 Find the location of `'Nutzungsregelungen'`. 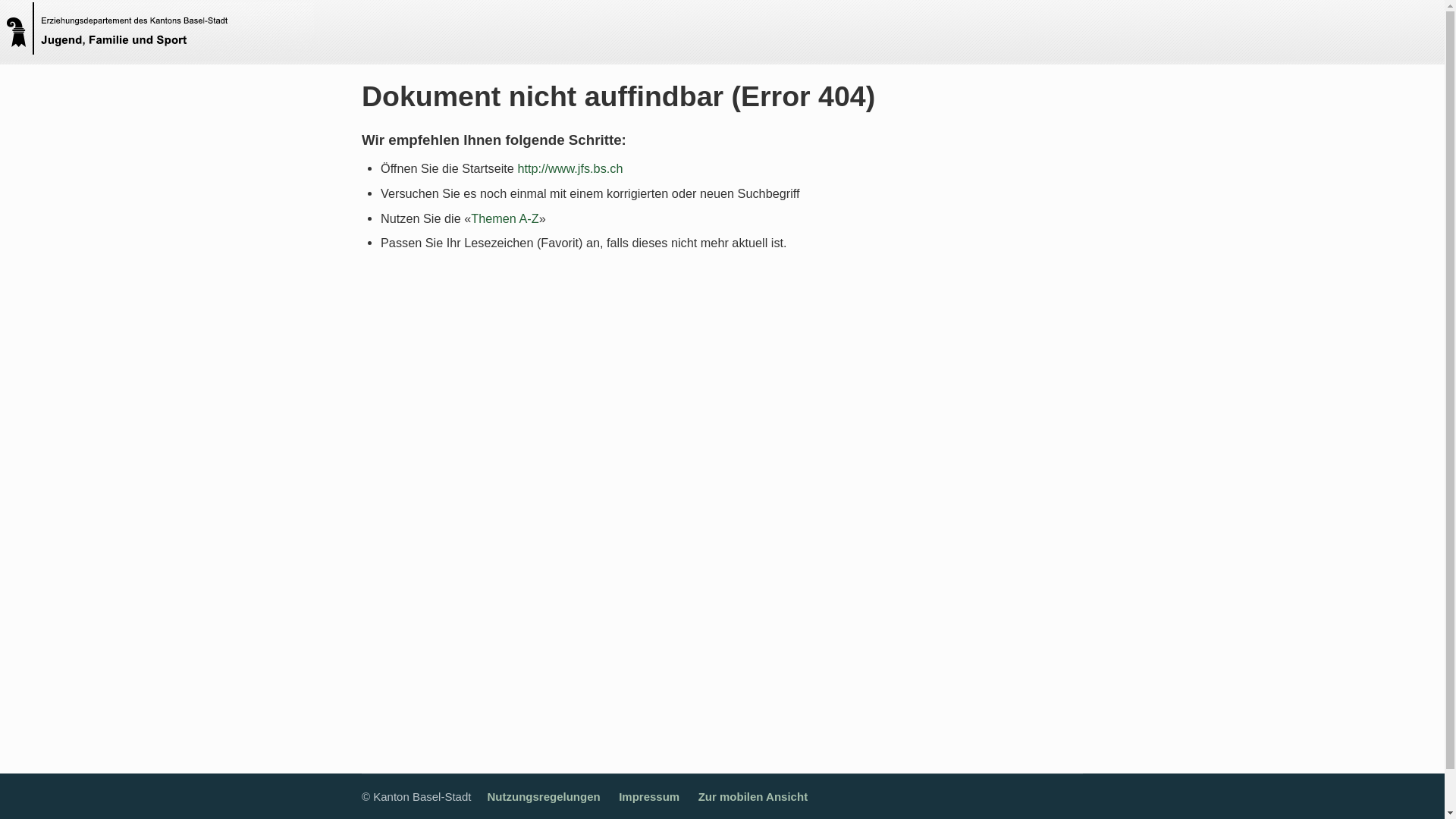

'Nutzungsregelungen' is located at coordinates (543, 795).